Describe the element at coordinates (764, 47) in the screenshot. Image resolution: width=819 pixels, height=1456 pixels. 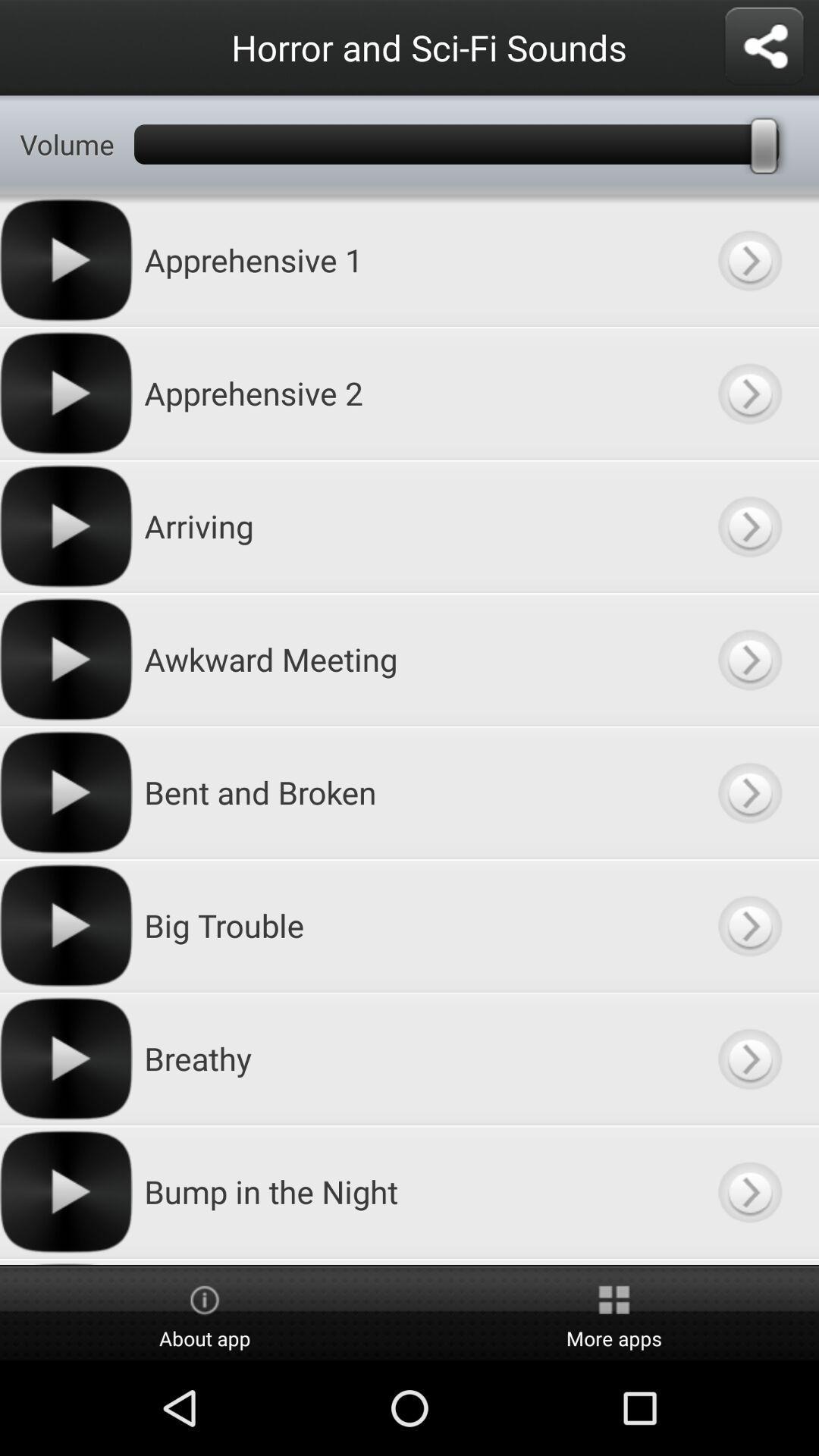
I see `options` at that location.